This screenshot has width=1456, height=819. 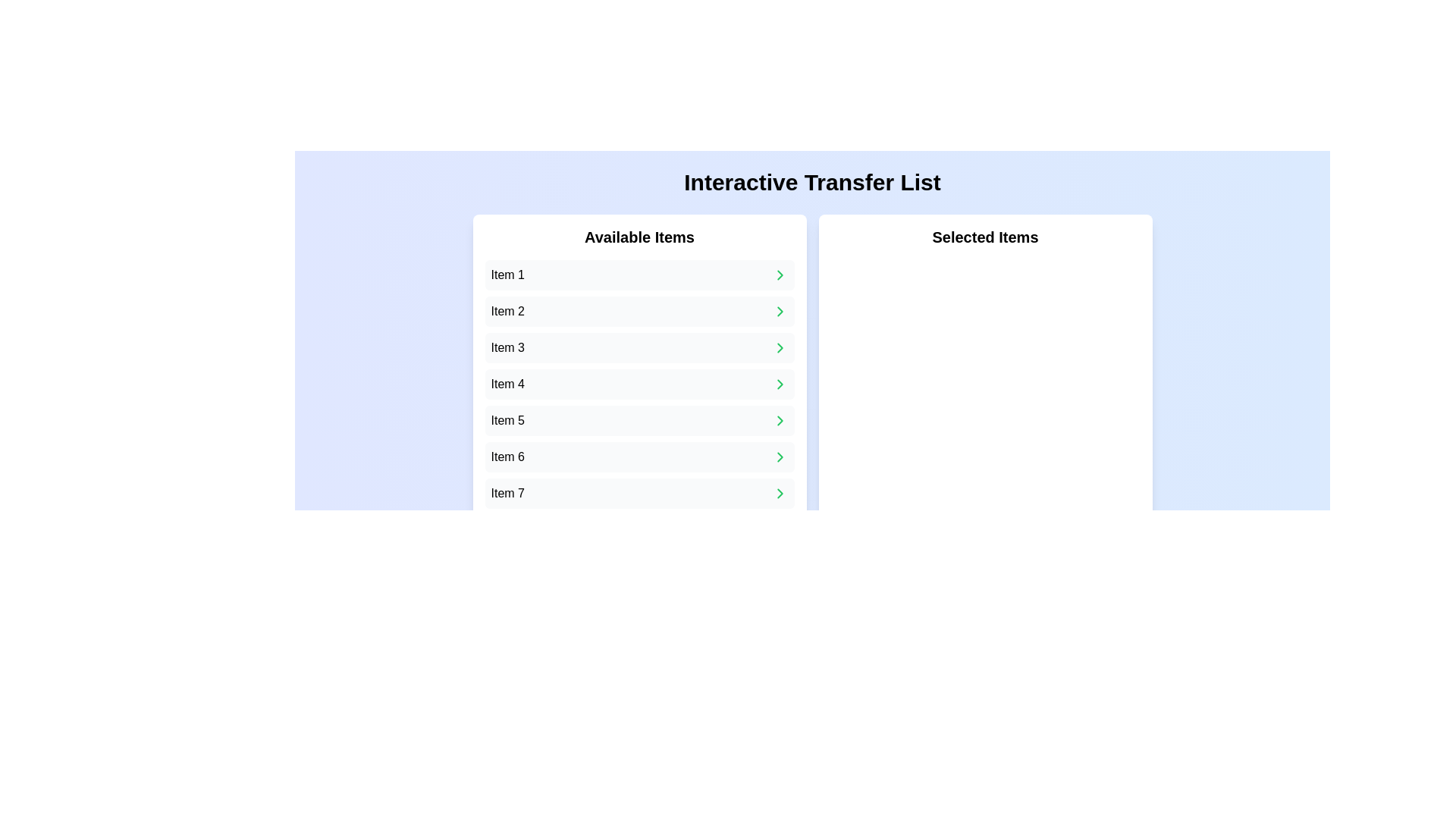 I want to click on the text label displaying 'Item 1' which is the first item in the list under 'Available Items', so click(x=507, y=275).